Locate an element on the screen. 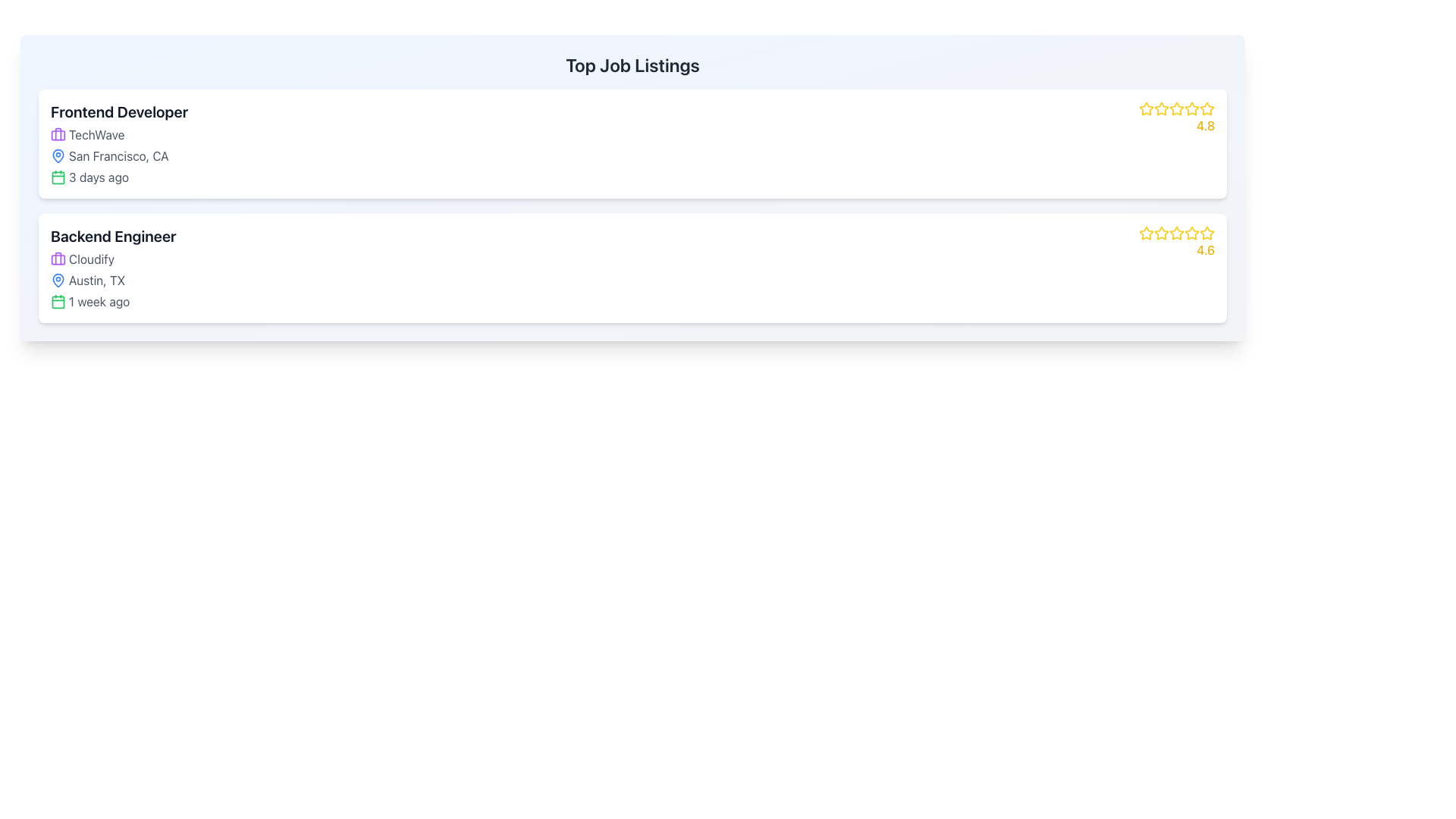 This screenshot has width=1456, height=819. the yellow outlined star icon, which is the fourth star in a sequence of five, positioned near the right corner of the top item in the list is located at coordinates (1175, 108).